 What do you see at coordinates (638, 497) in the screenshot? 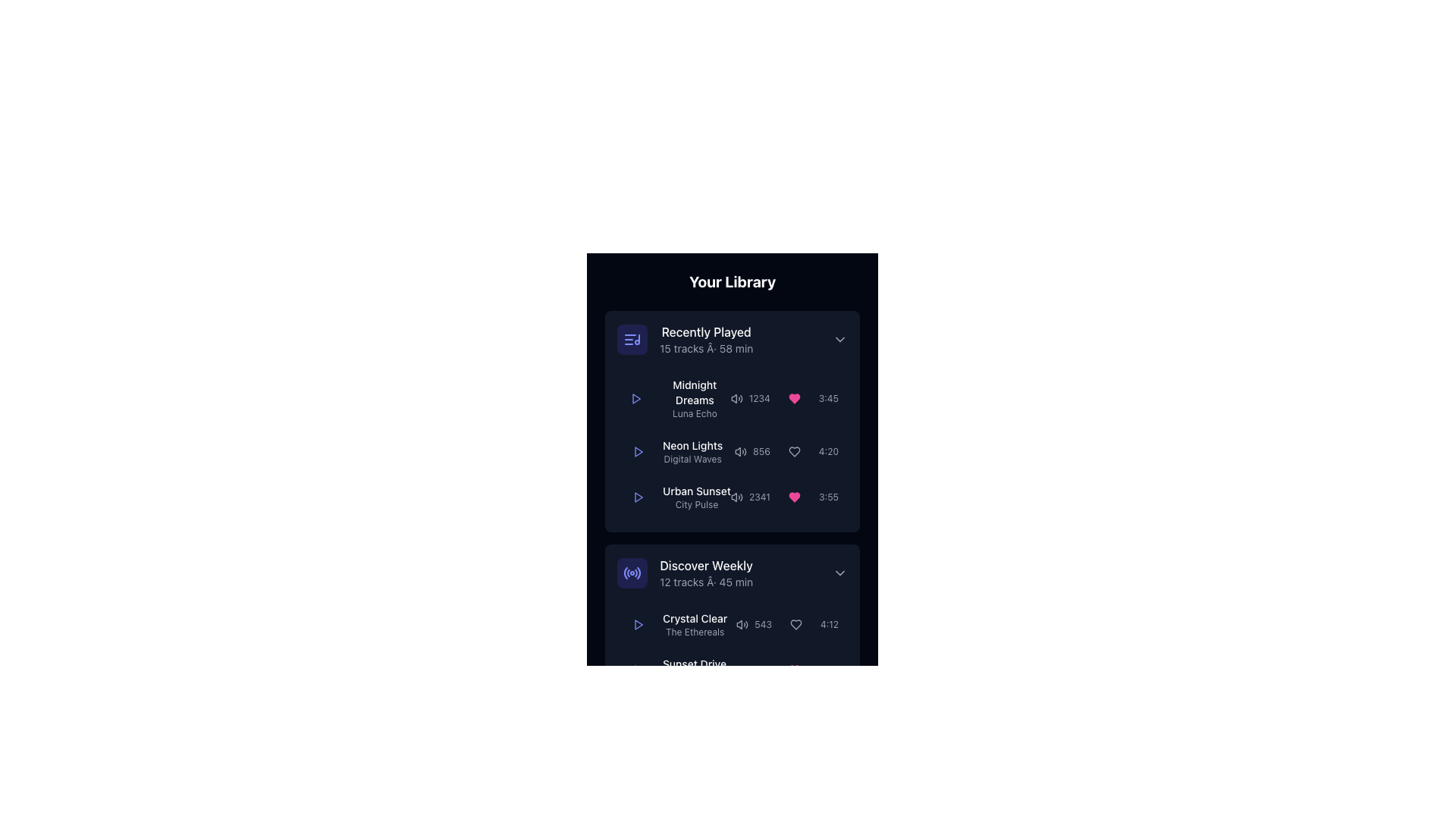
I see `the play button icon within the circular button in the 'Recently Played' section to activate hover effects for the song 'Urban Sunset' by 'City Pulse'` at bounding box center [638, 497].